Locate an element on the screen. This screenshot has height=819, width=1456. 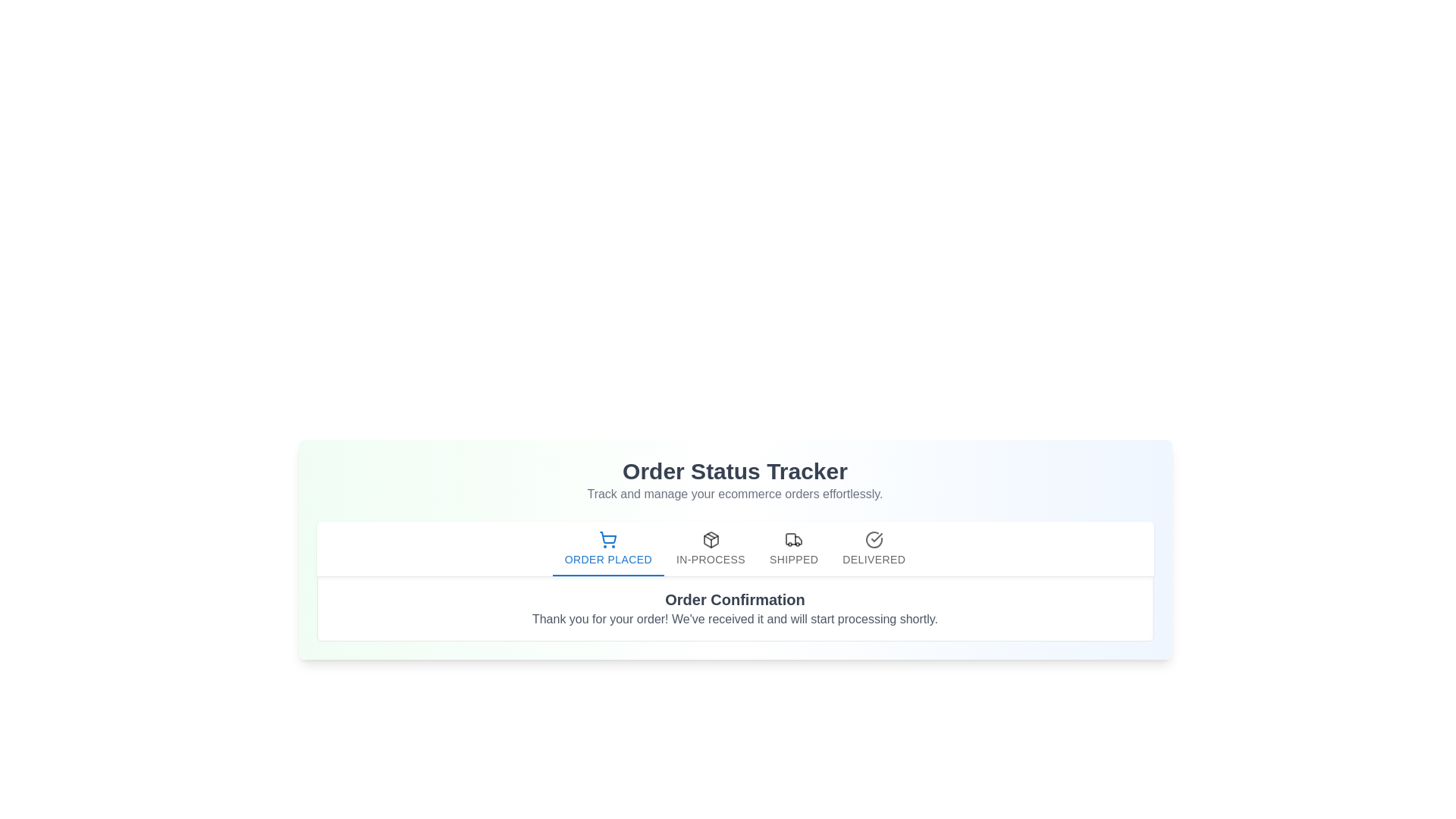
the Text block (header and subheader) that introduces the section with the title 'Order Status Tracker' and the subheading 'Track and manage your ecommerce orders effortlessly.' is located at coordinates (735, 480).